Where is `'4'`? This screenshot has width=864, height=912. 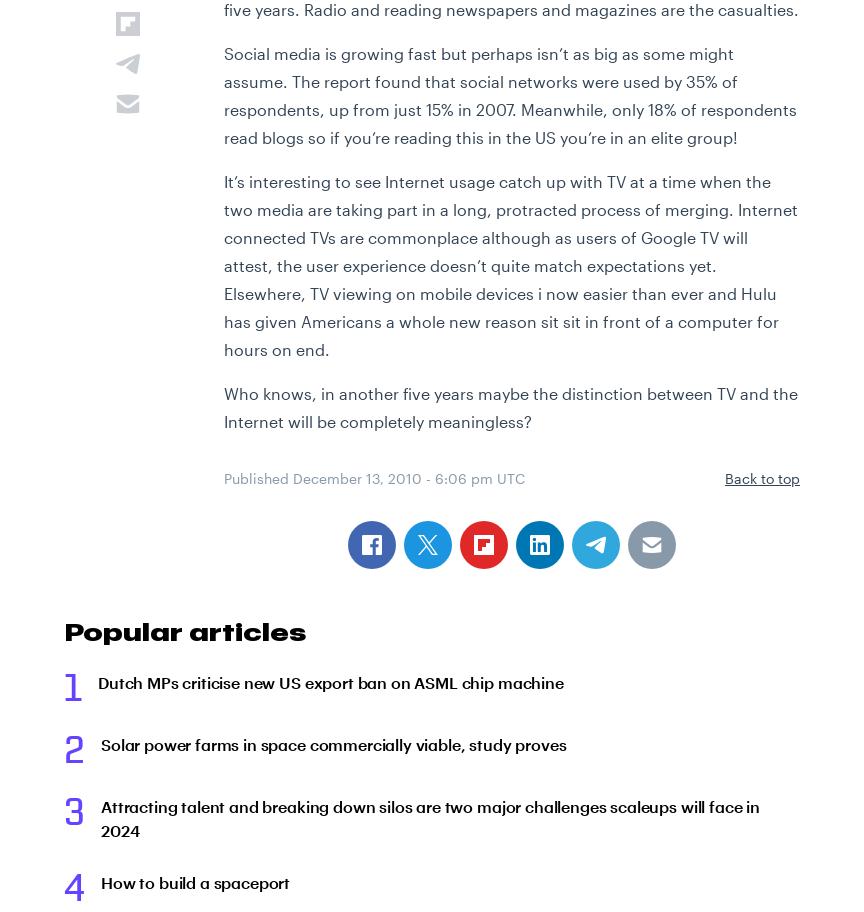 '4' is located at coordinates (74, 889).